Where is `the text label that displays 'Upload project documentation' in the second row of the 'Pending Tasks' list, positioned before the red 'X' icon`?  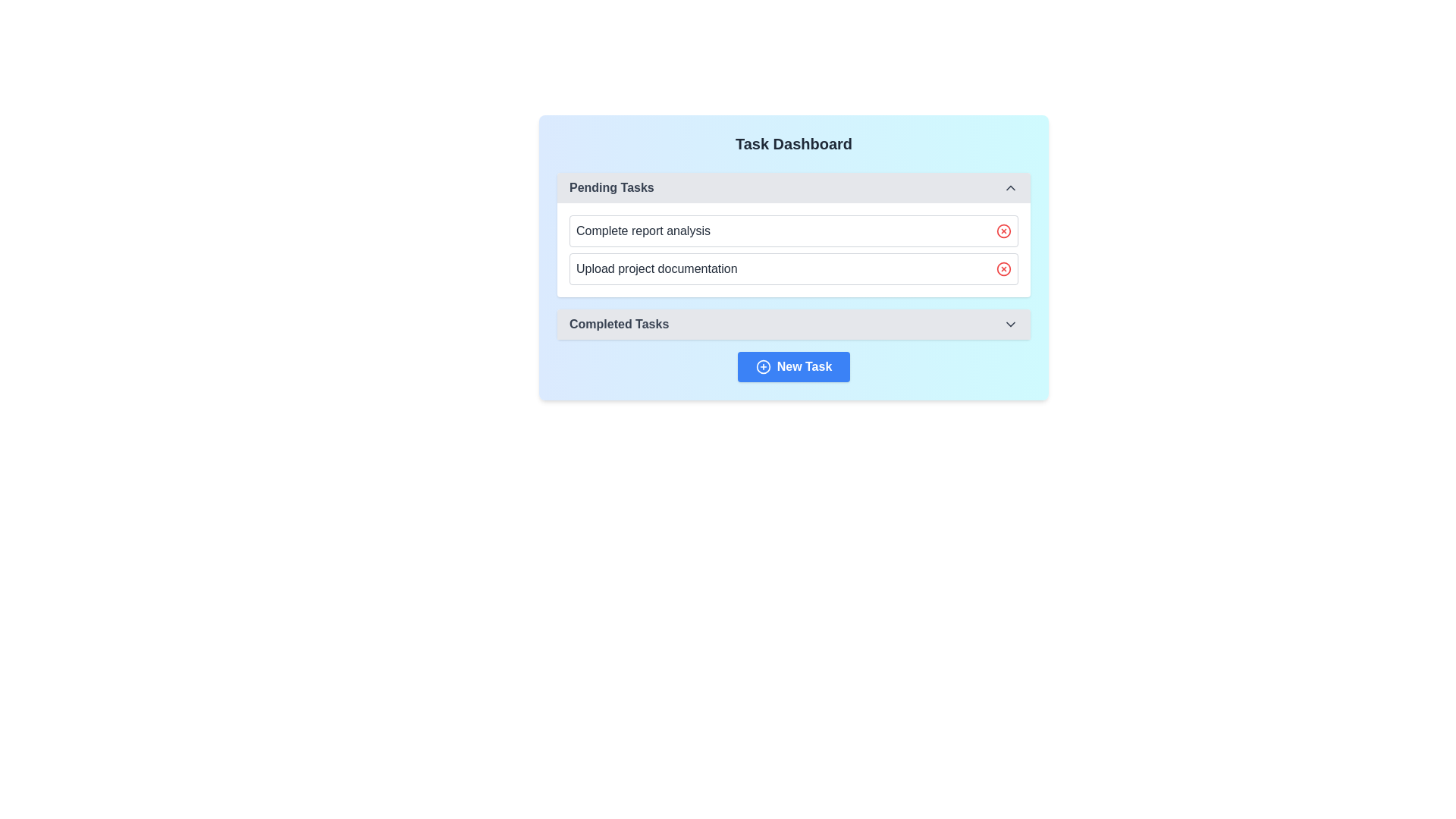 the text label that displays 'Upload project documentation' in the second row of the 'Pending Tasks' list, positioned before the red 'X' icon is located at coordinates (657, 268).